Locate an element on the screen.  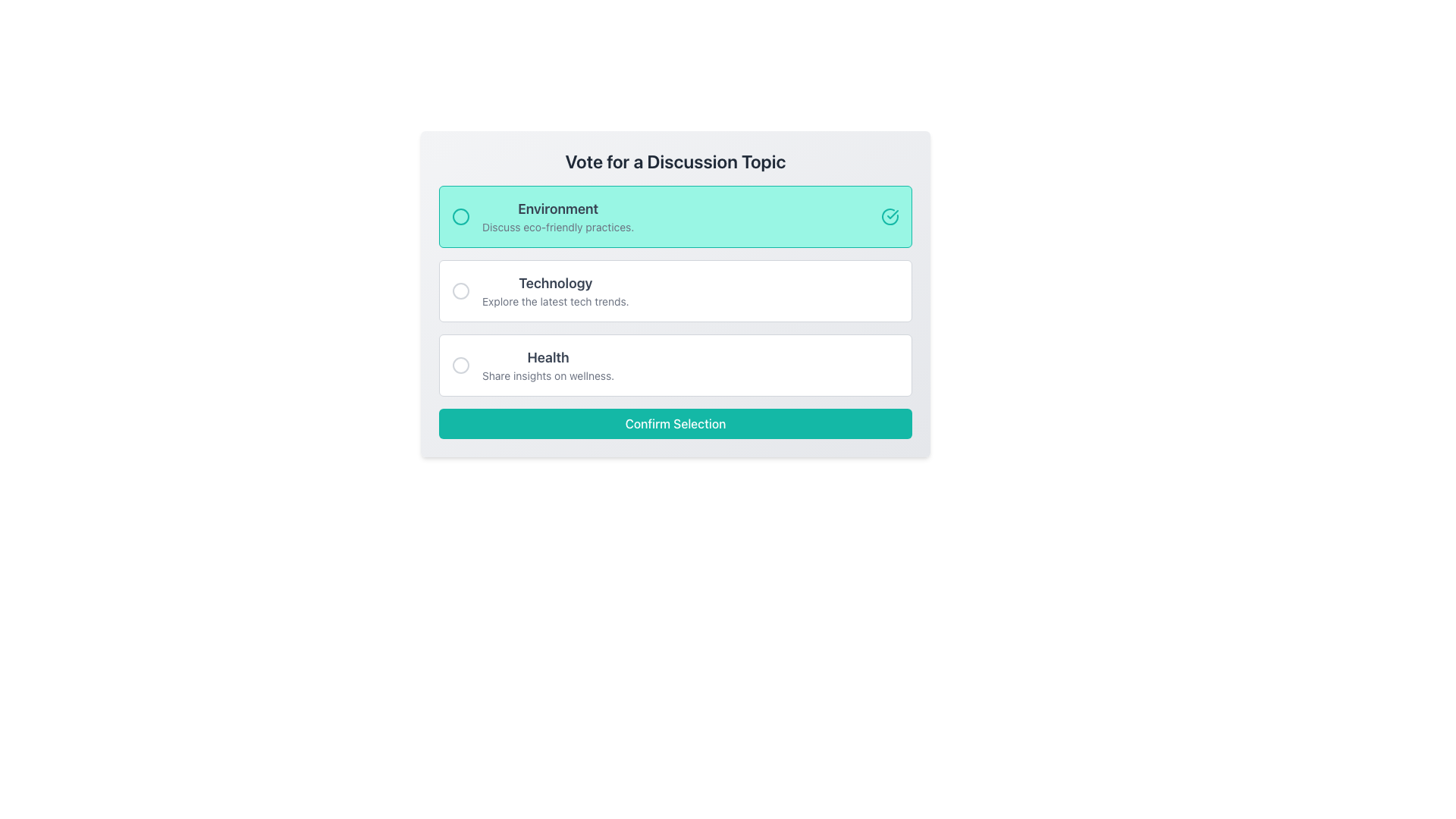
the circular indicator on the left side of the 'Environment' option is located at coordinates (460, 216).